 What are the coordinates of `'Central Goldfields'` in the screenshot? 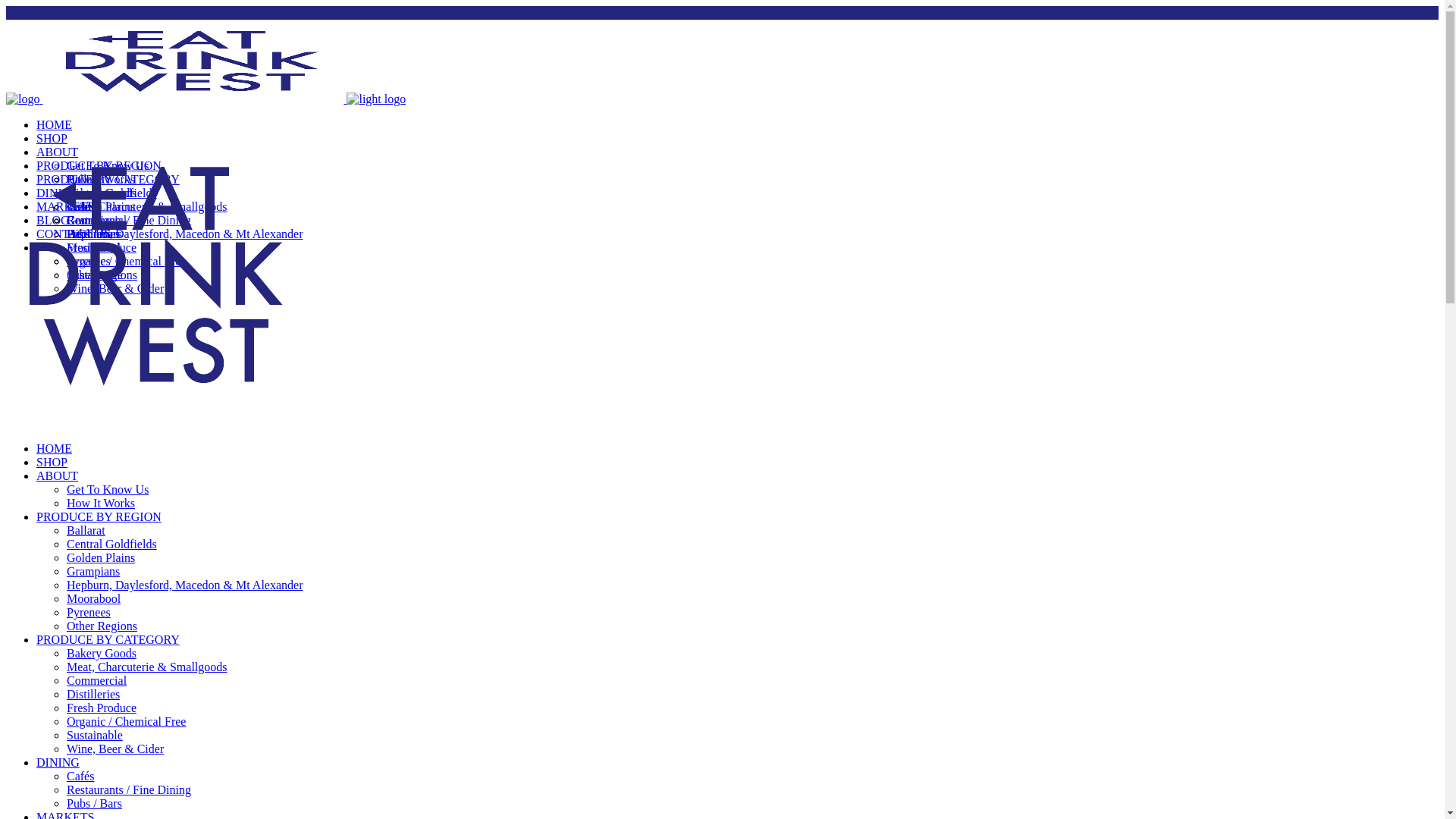 It's located at (65, 543).